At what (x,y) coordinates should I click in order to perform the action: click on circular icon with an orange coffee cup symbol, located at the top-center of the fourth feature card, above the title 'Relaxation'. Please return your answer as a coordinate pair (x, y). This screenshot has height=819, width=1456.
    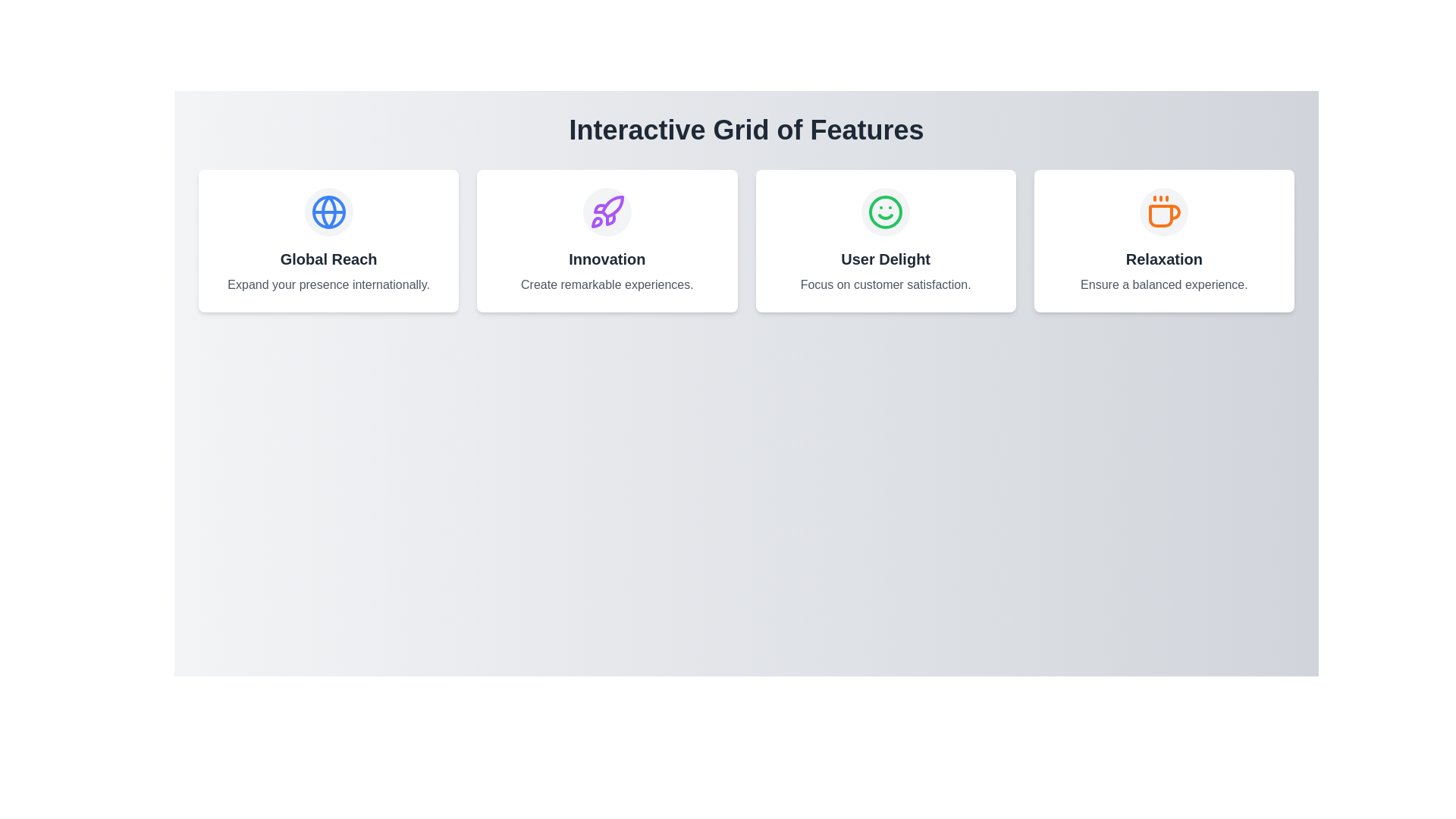
    Looking at the image, I should click on (1163, 212).